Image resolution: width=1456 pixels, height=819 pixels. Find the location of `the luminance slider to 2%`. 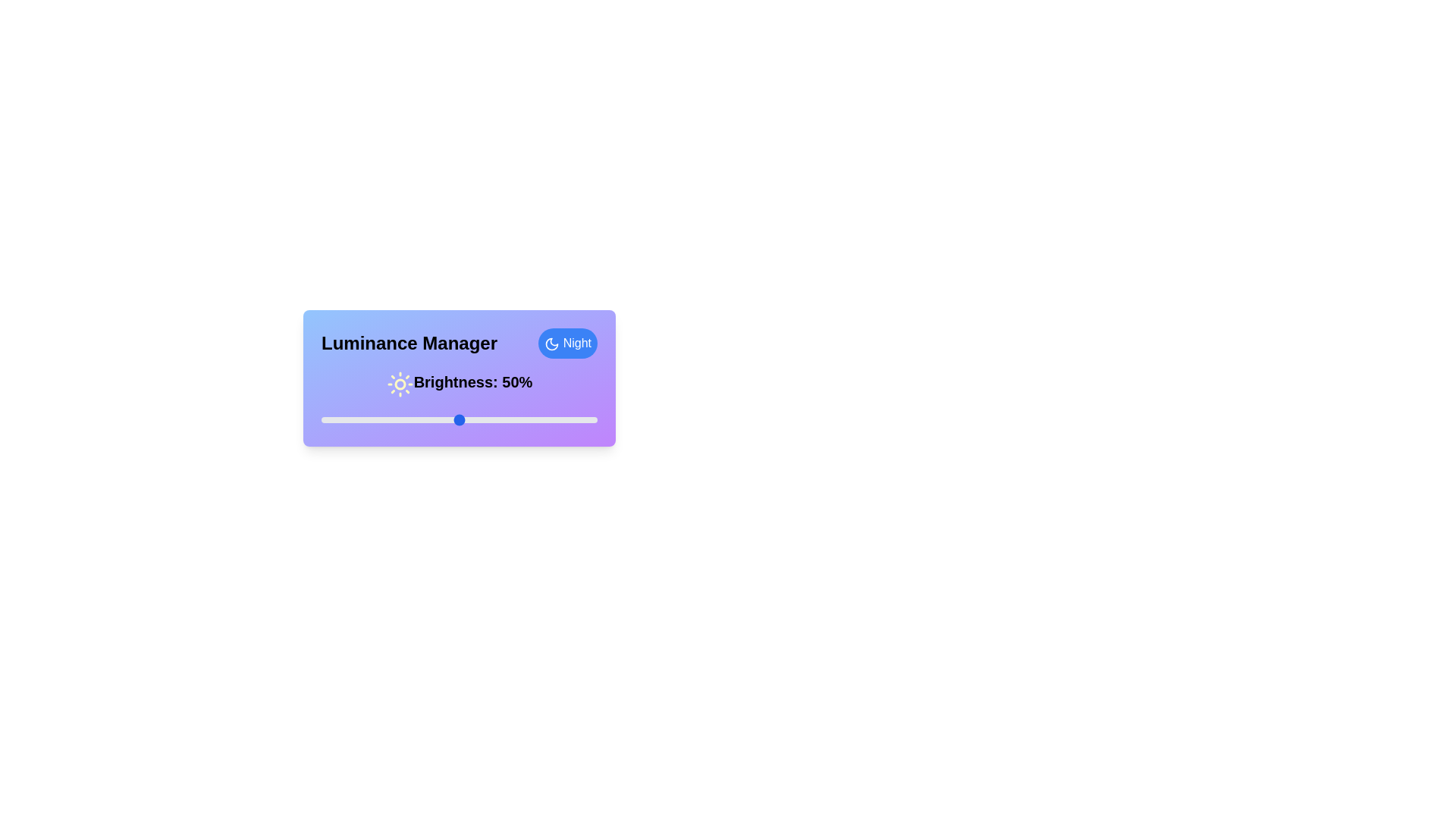

the luminance slider to 2% is located at coordinates (326, 420).